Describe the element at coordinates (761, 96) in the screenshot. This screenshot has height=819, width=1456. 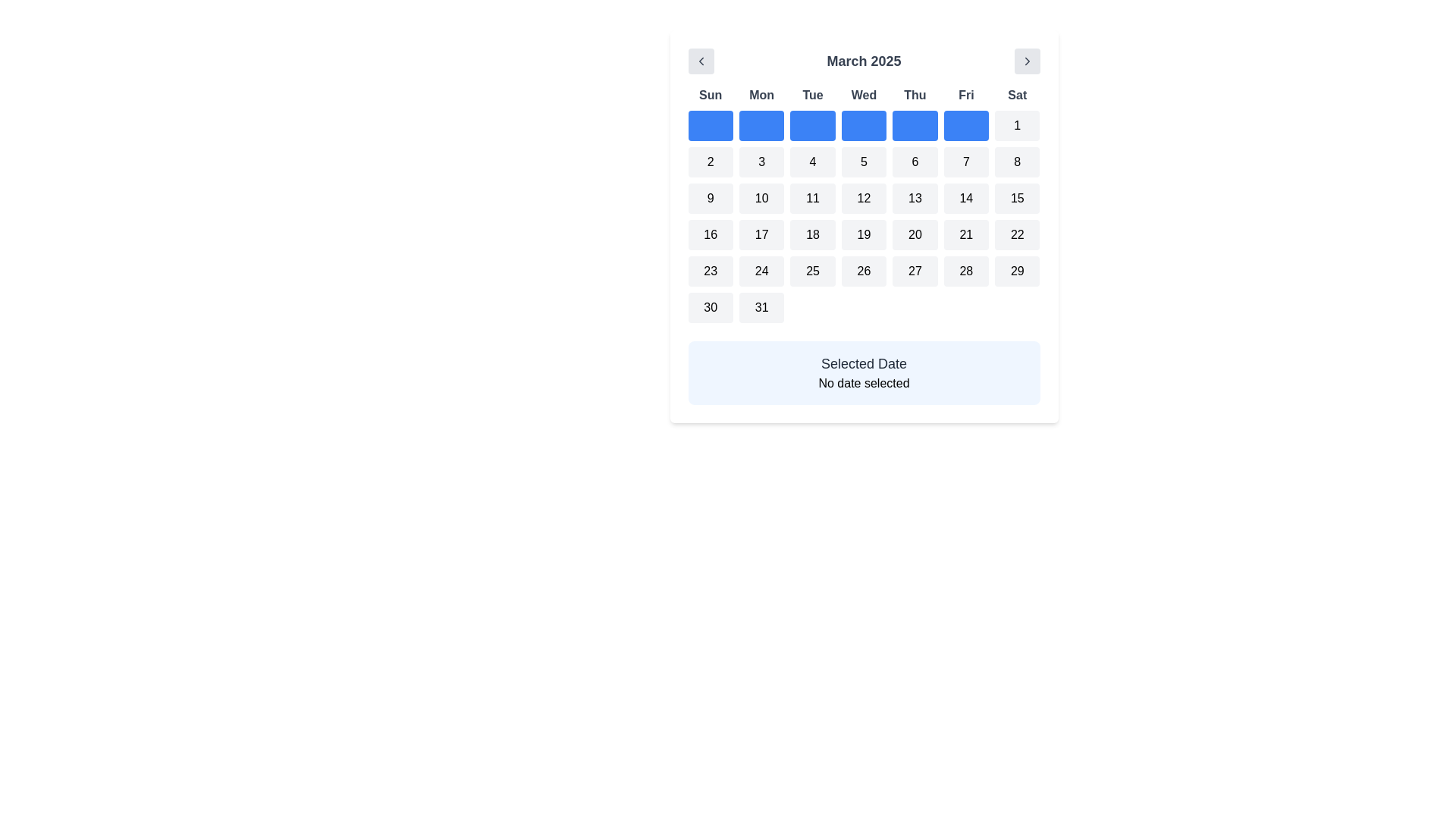
I see `the static text label displaying 'Mon', which is centrally aligned in gray font within a white background, located in the second position of the row of days in the calendar view` at that location.